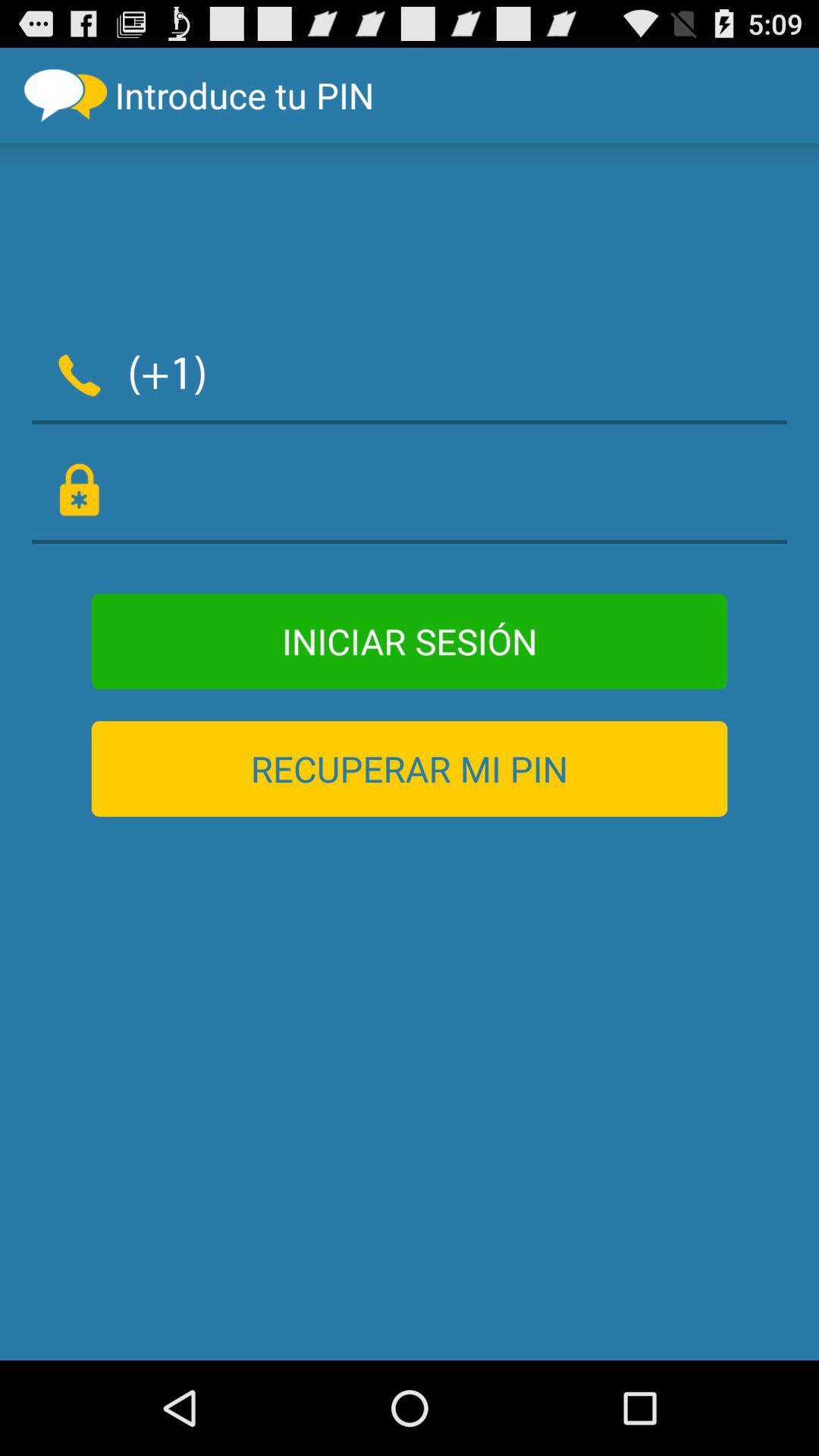 Image resolution: width=819 pixels, height=1456 pixels. What do you see at coordinates (409, 641) in the screenshot?
I see `item above the recuperar mi pin` at bounding box center [409, 641].